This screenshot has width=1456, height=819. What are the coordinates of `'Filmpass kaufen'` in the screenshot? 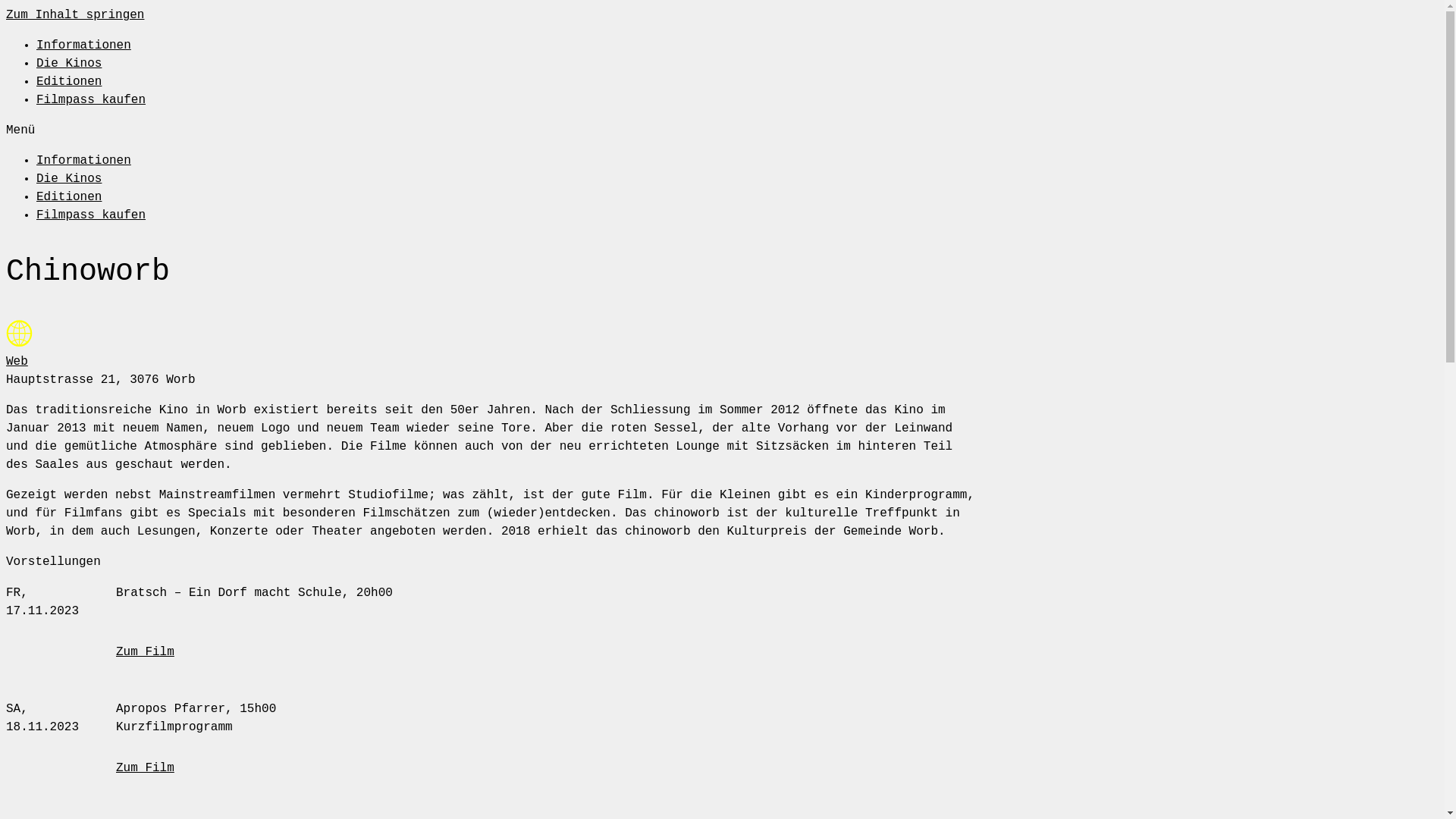 It's located at (36, 99).